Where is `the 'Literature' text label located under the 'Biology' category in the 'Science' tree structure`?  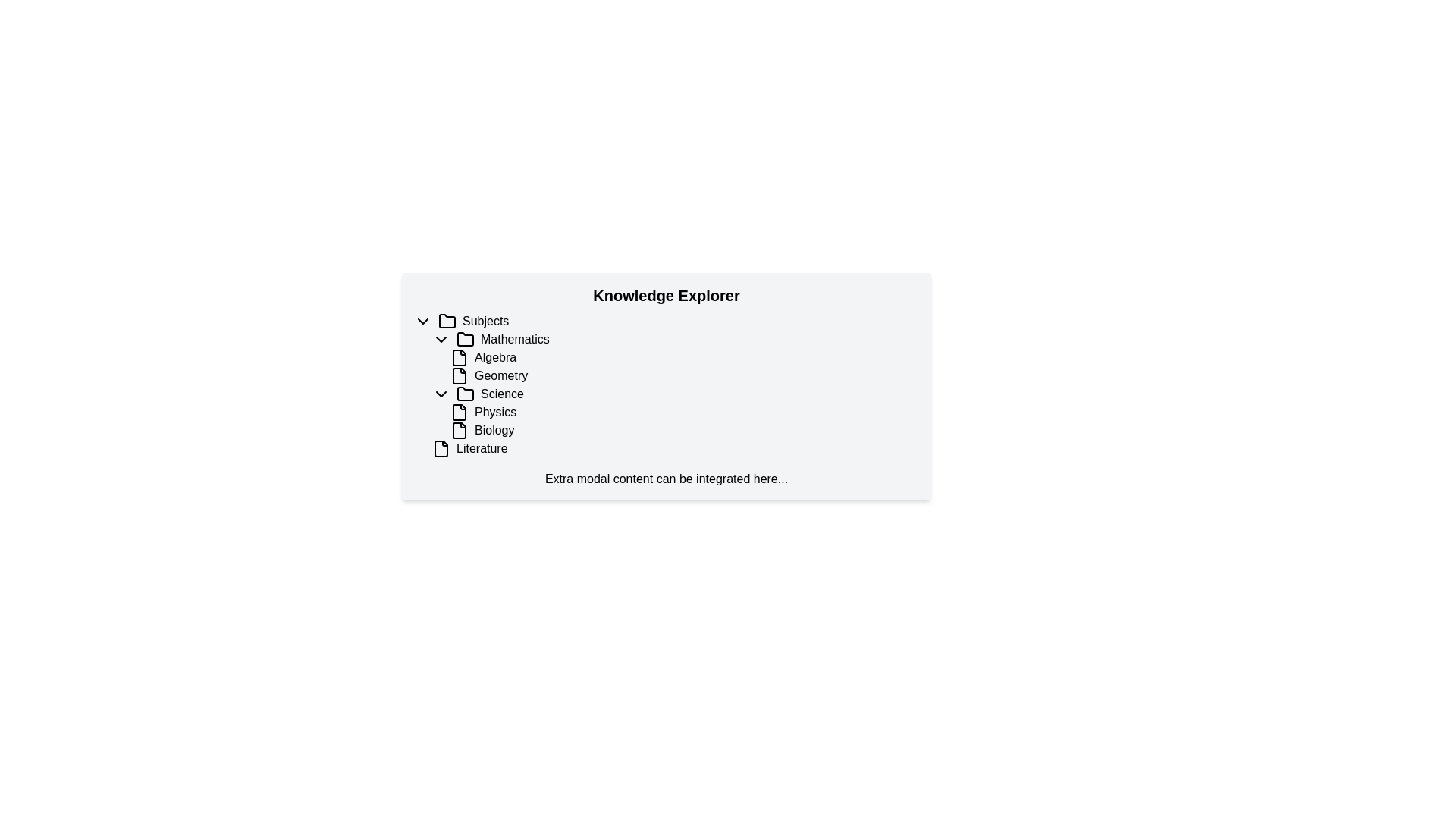 the 'Literature' text label located under the 'Biology' category in the 'Science' tree structure is located at coordinates (481, 447).